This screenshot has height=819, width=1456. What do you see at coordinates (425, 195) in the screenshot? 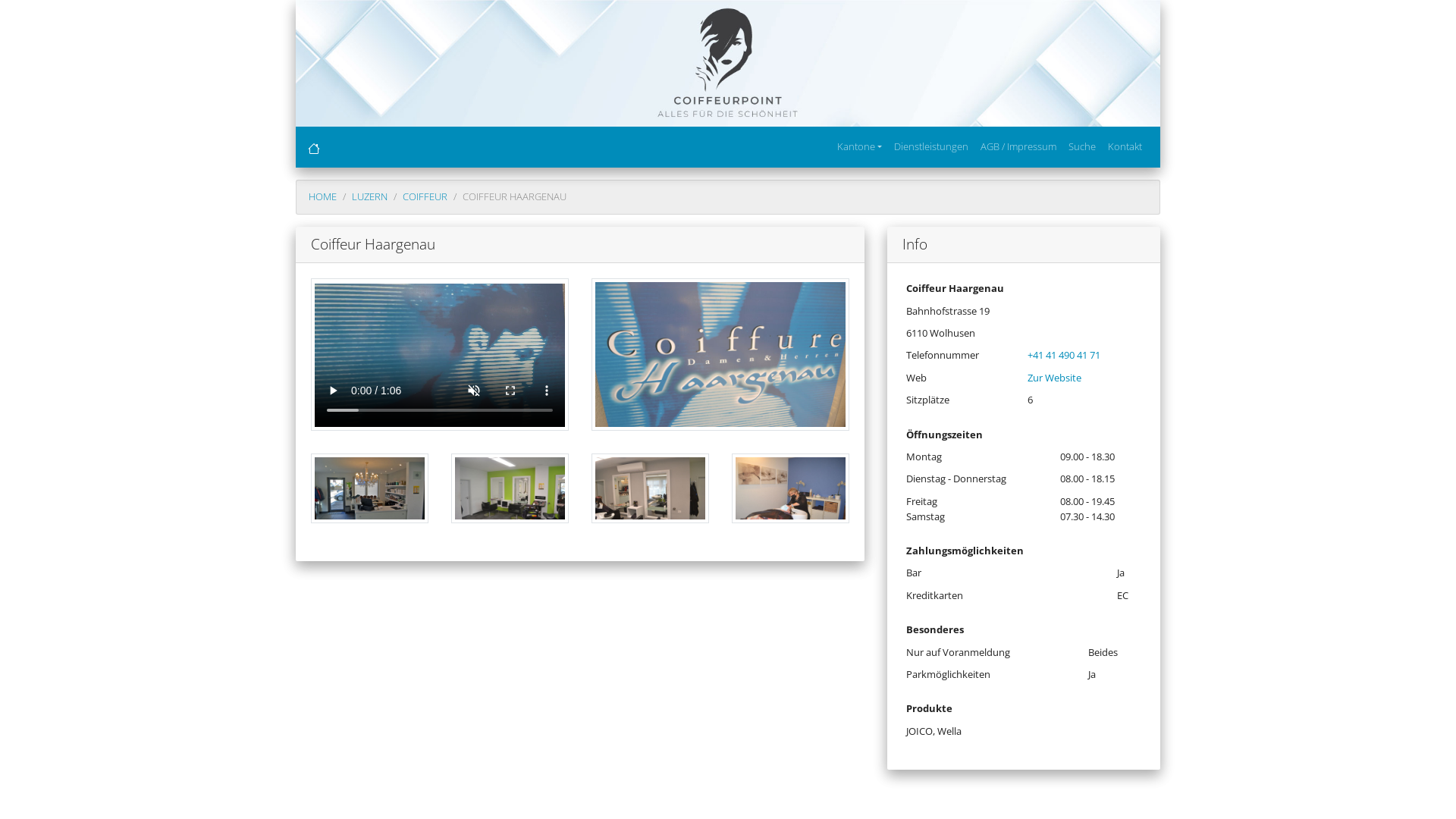
I see `'COIFFEUR'` at bounding box center [425, 195].